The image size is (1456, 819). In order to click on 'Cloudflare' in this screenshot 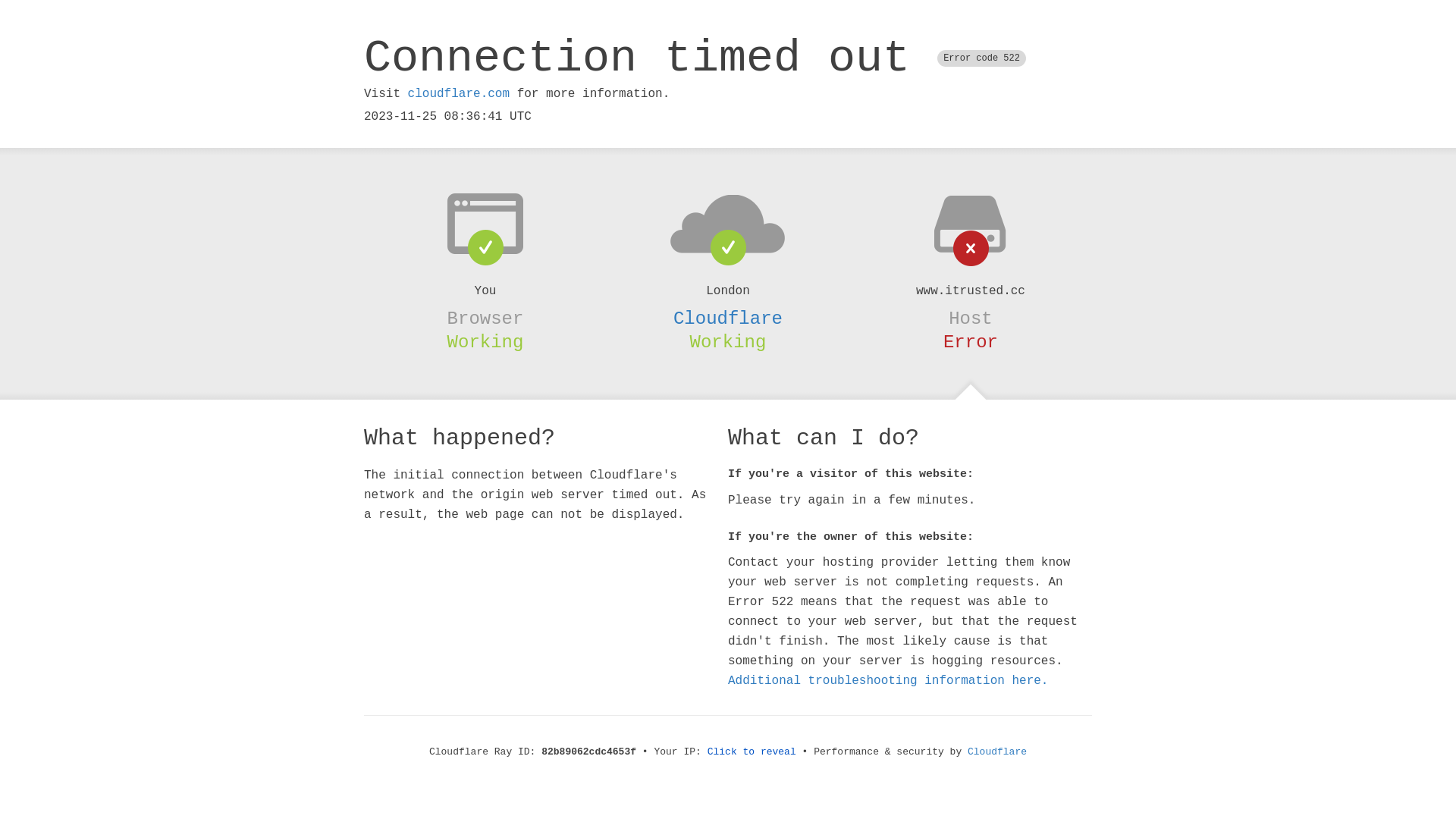, I will do `click(728, 318)`.